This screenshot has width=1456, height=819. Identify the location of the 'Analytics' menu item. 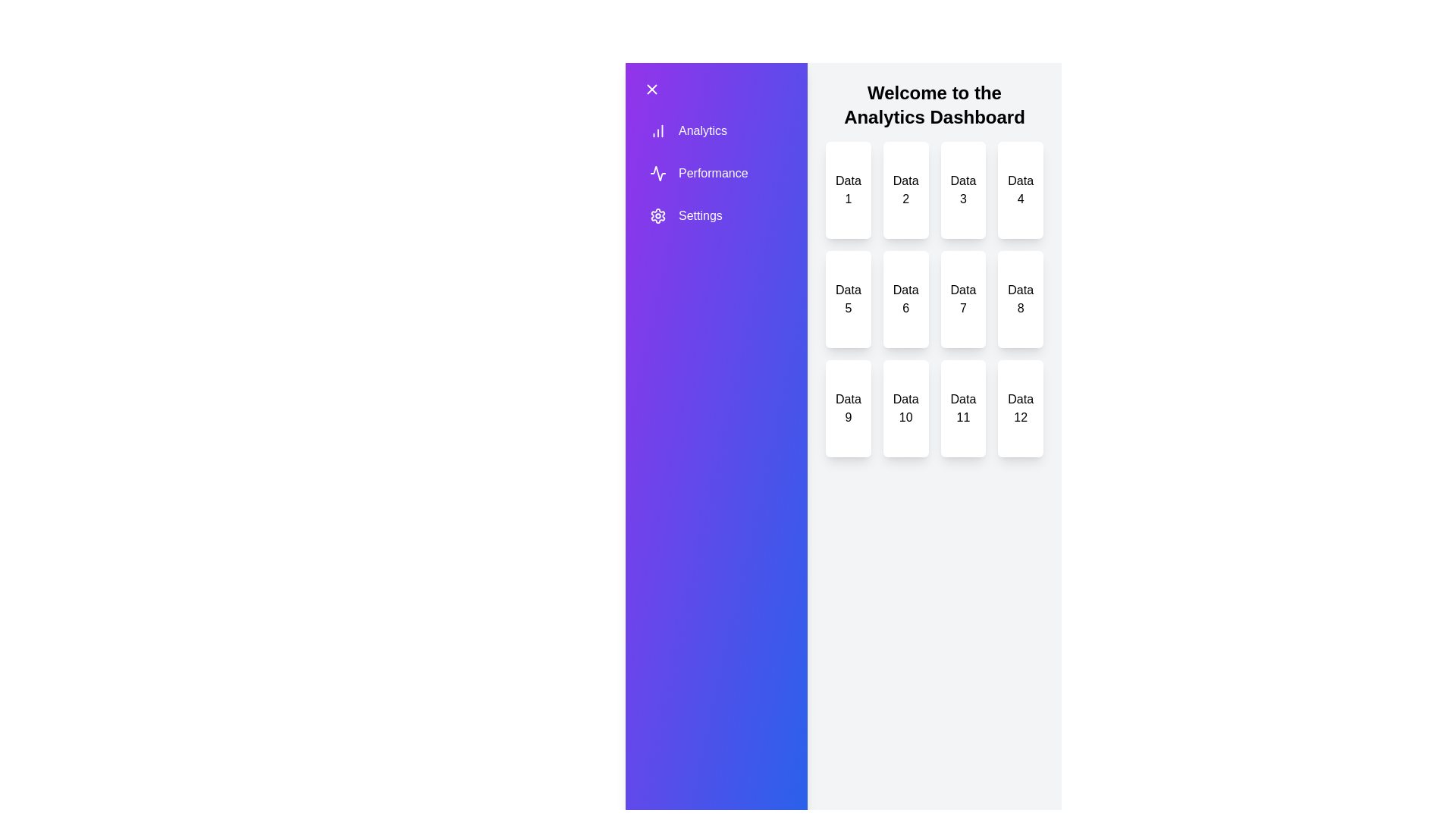
(698, 130).